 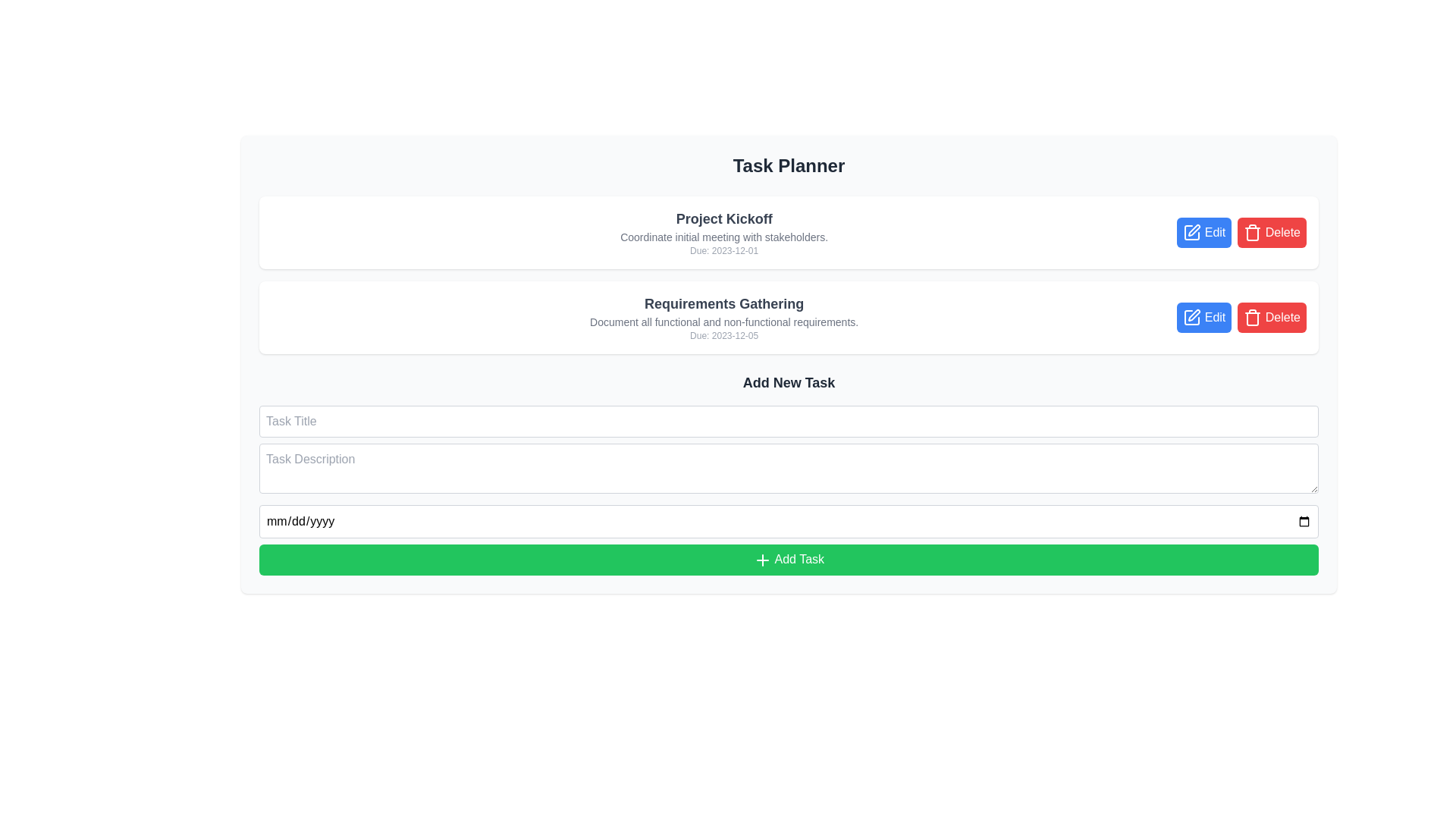 What do you see at coordinates (723, 335) in the screenshot?
I see `the text label displaying 'Due: 2023-12-05' located at the bottom of the task card titled 'Requirements Gathering'` at bounding box center [723, 335].